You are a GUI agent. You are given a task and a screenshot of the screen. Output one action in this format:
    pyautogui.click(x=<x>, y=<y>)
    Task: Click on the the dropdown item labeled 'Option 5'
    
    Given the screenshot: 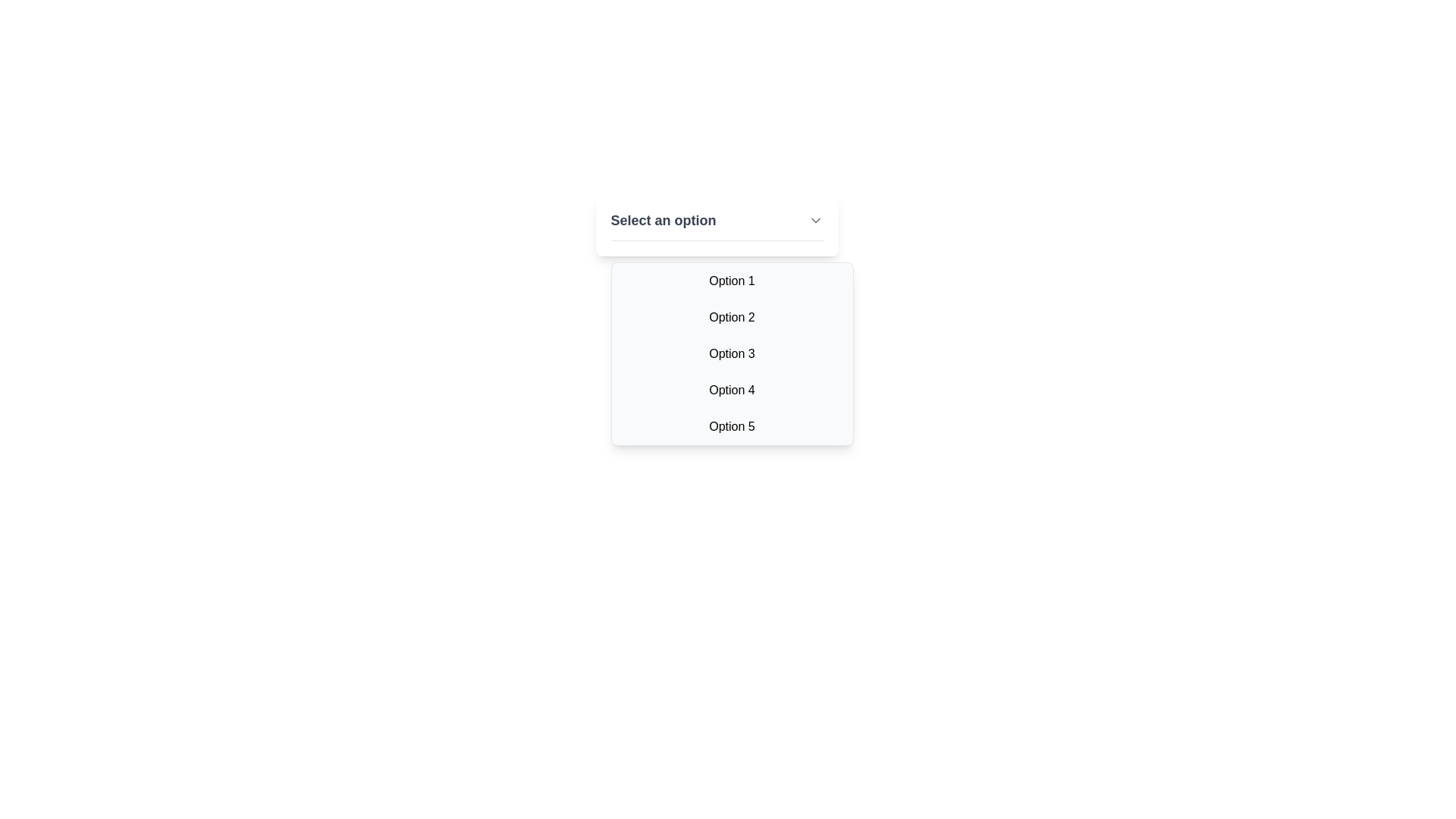 What is the action you would take?
    pyautogui.click(x=732, y=427)
    